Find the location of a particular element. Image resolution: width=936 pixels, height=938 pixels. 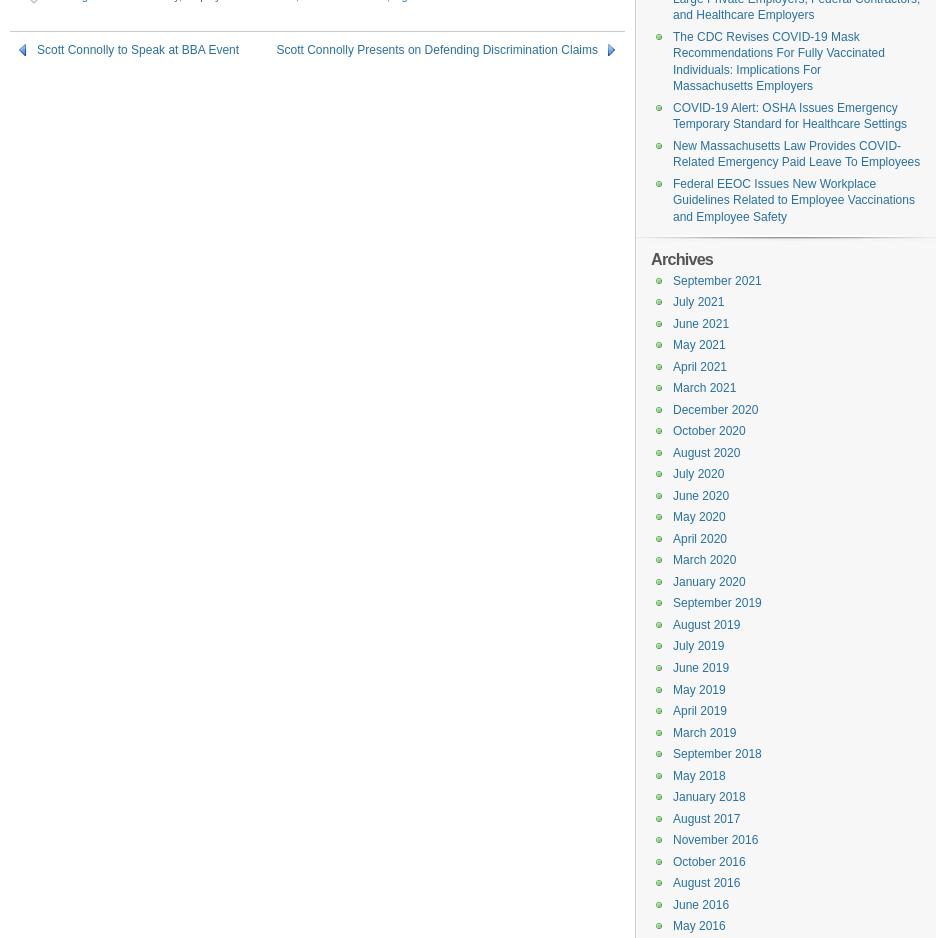

'April 2021' is located at coordinates (700, 366).